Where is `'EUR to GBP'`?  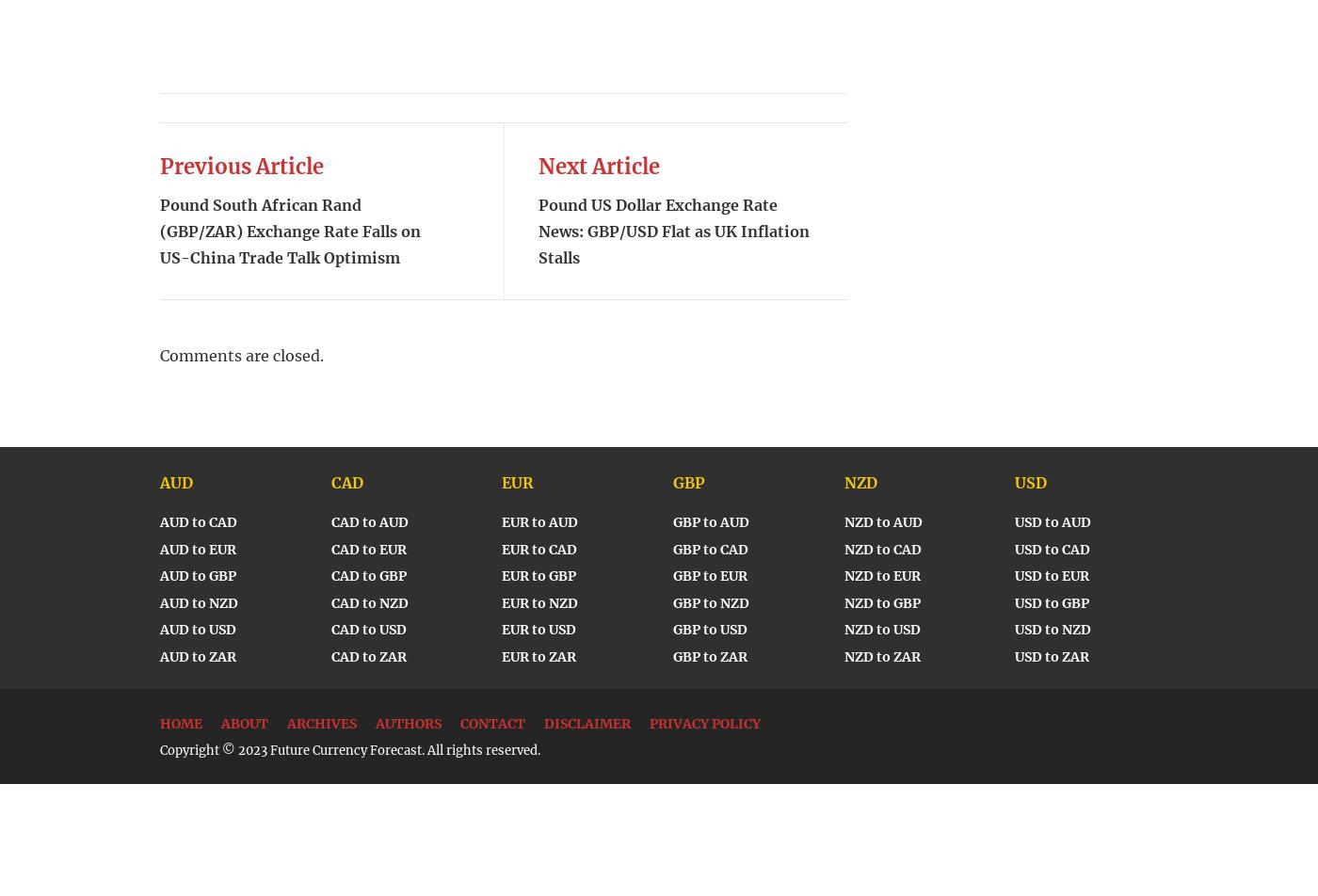 'EUR to GBP' is located at coordinates (538, 576).